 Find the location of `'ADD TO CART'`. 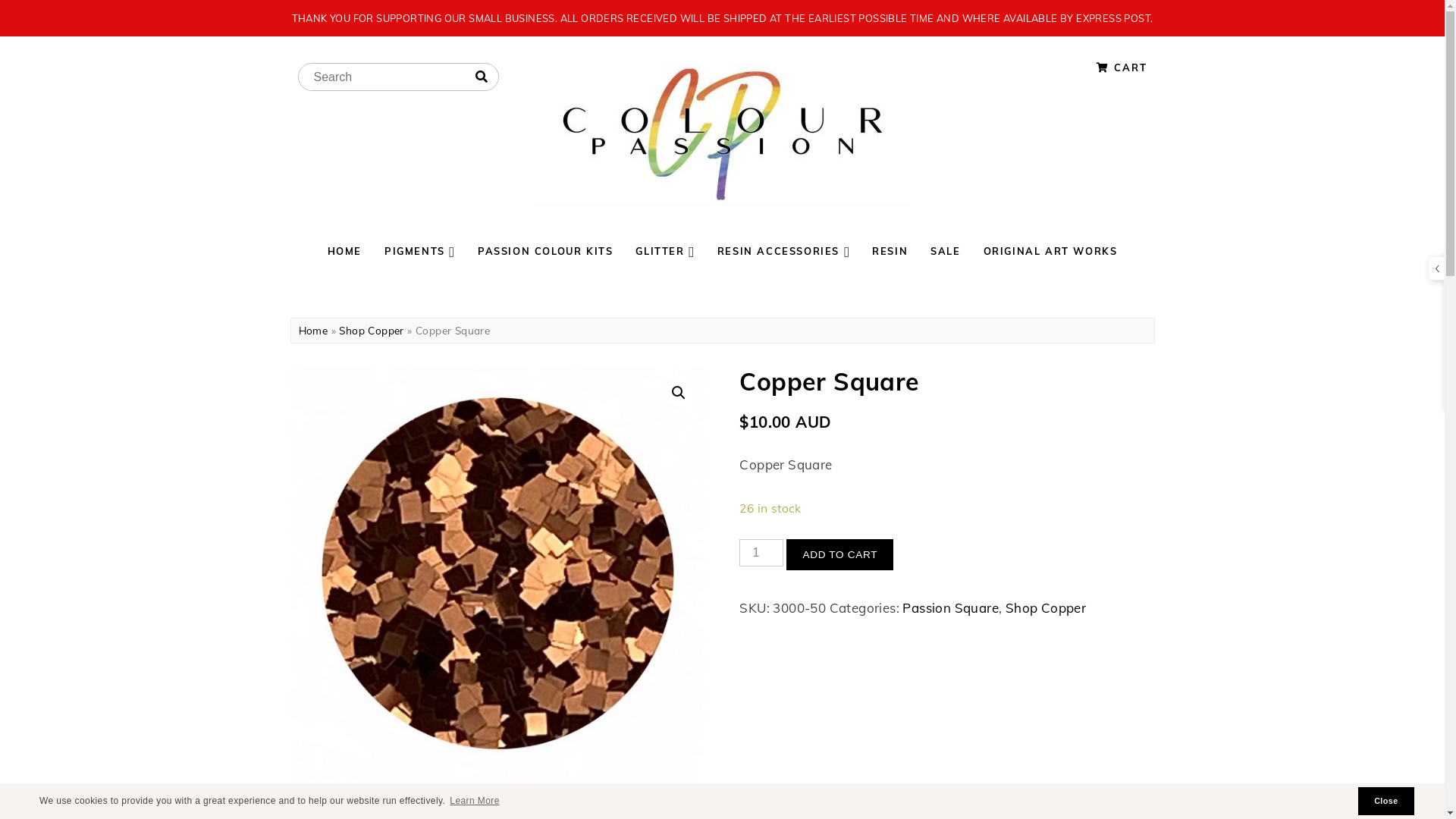

'ADD TO CART' is located at coordinates (839, 555).